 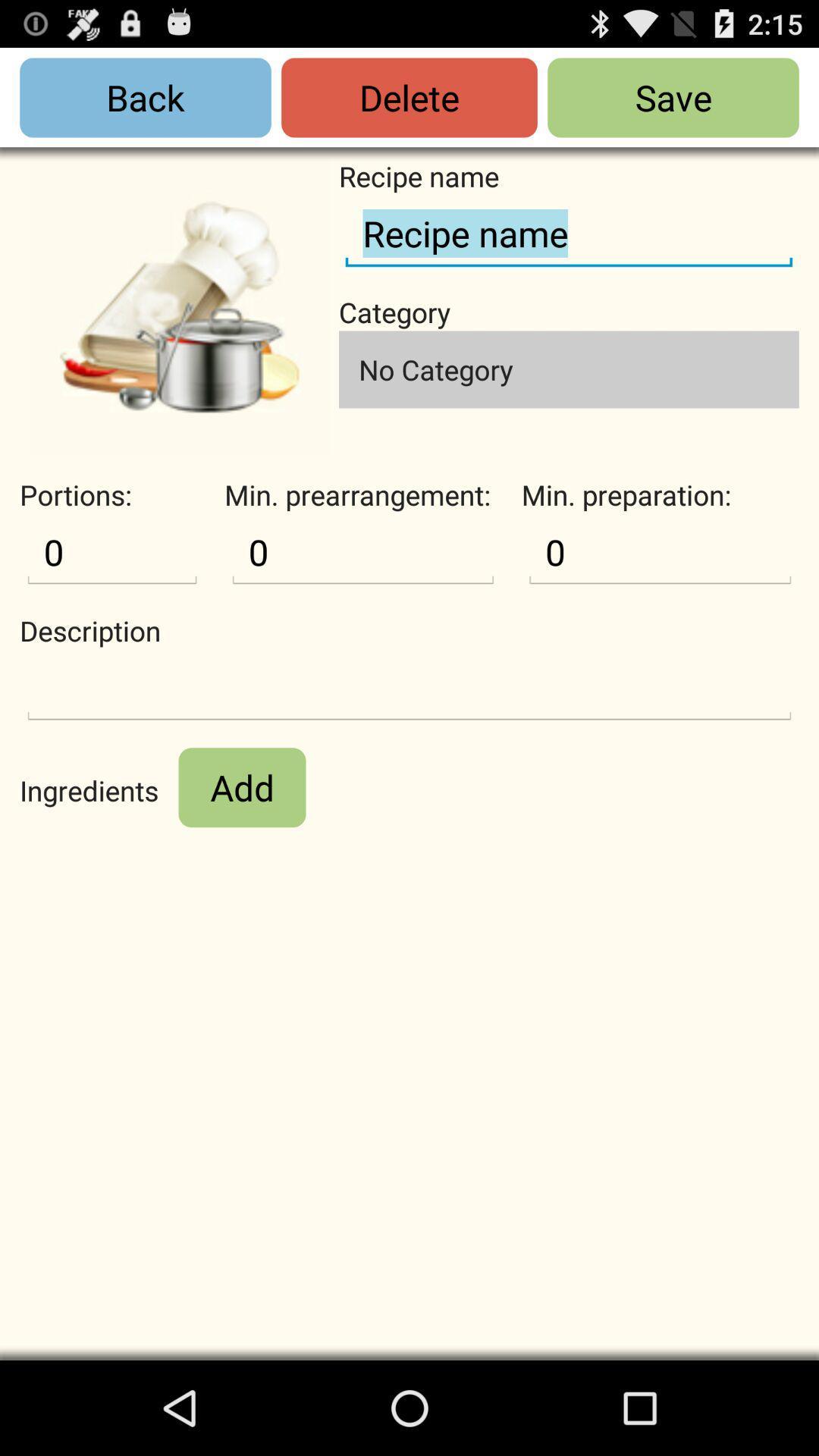 What do you see at coordinates (178, 306) in the screenshot?
I see `picture` at bounding box center [178, 306].